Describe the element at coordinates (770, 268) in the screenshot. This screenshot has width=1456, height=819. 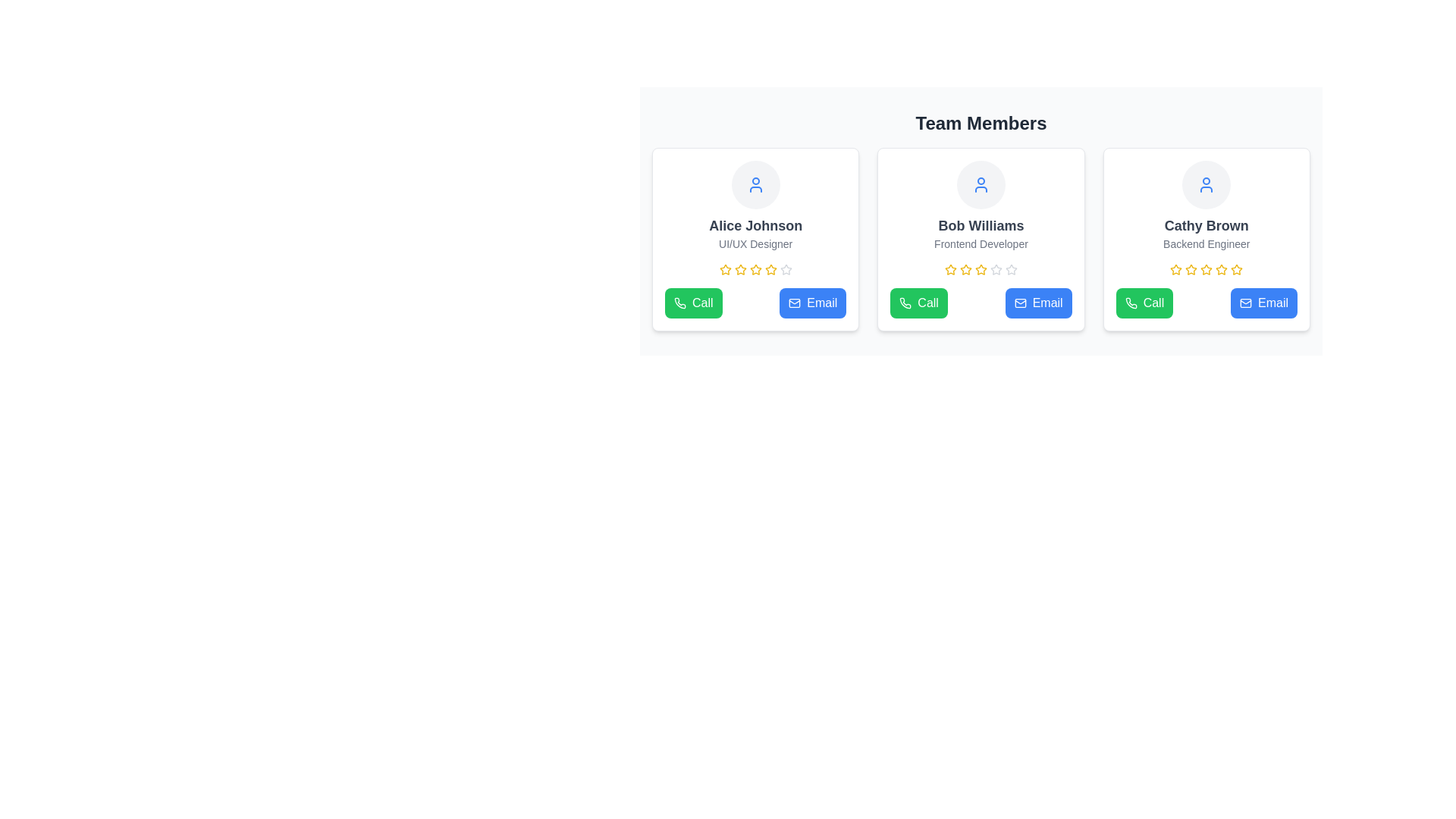
I see `the fourth rating star icon in the rating widget beneath Alice Johnson's profile` at that location.